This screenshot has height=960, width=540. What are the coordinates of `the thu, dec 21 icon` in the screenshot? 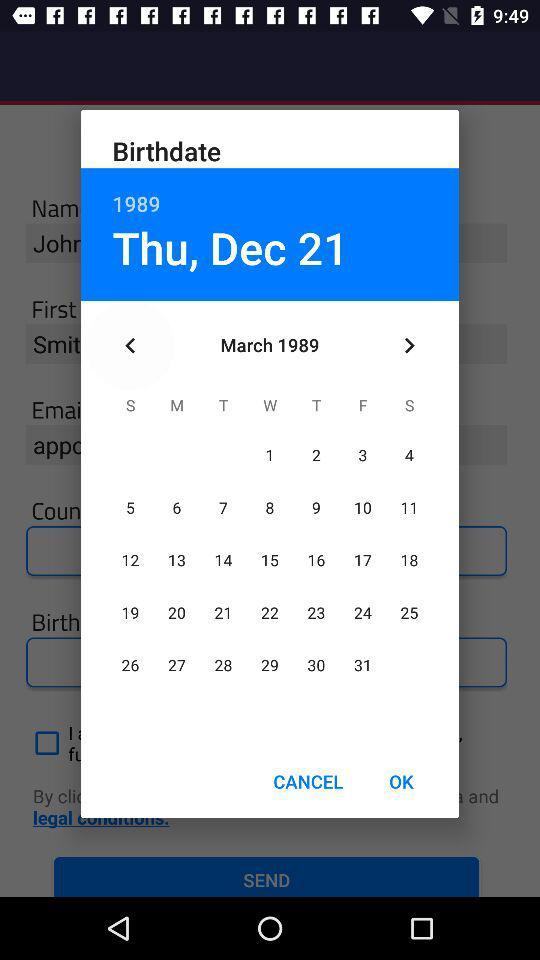 It's located at (229, 246).